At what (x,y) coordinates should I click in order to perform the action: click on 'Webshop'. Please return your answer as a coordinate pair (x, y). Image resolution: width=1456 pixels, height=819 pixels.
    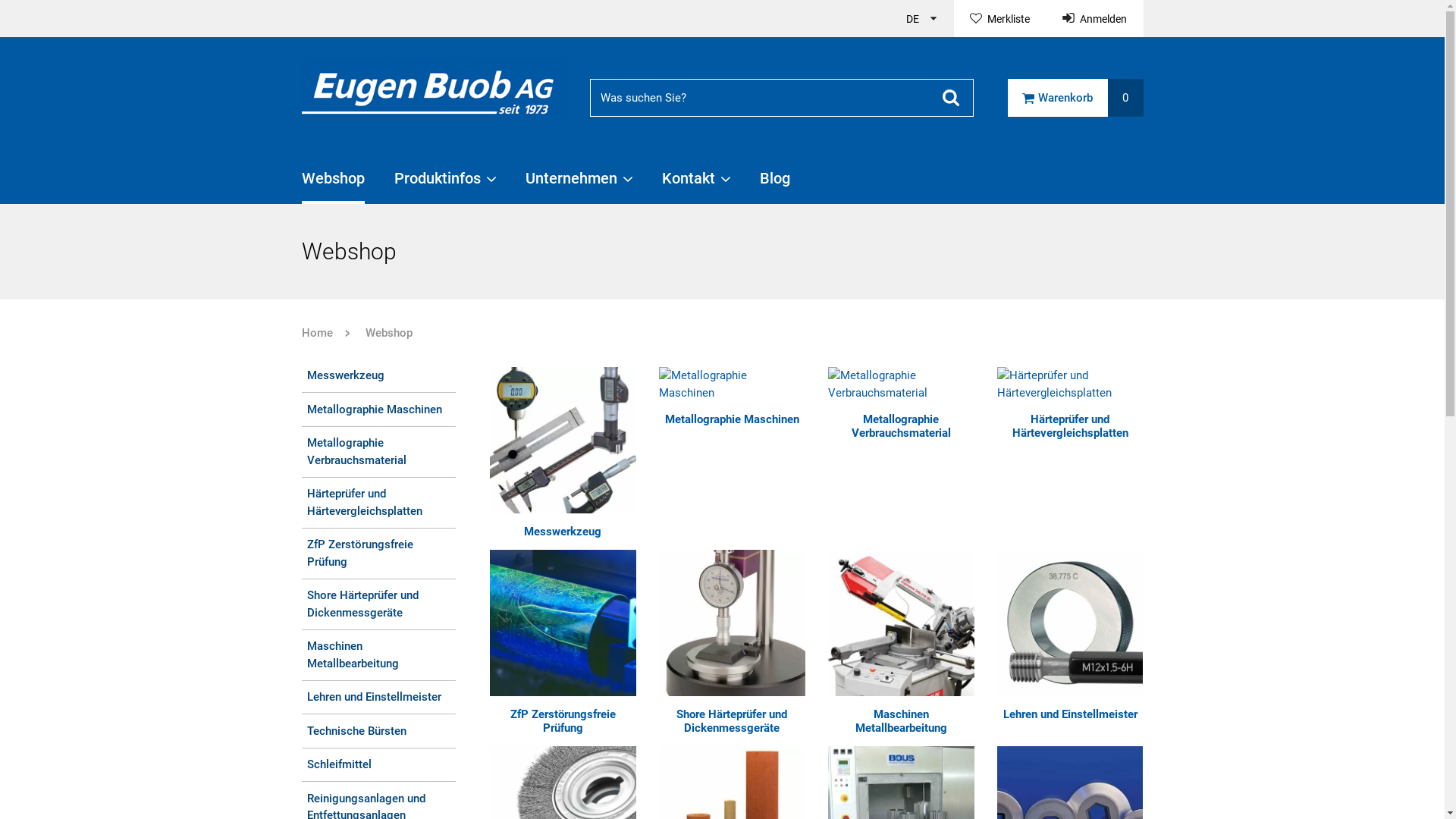
    Looking at the image, I should click on (373, 332).